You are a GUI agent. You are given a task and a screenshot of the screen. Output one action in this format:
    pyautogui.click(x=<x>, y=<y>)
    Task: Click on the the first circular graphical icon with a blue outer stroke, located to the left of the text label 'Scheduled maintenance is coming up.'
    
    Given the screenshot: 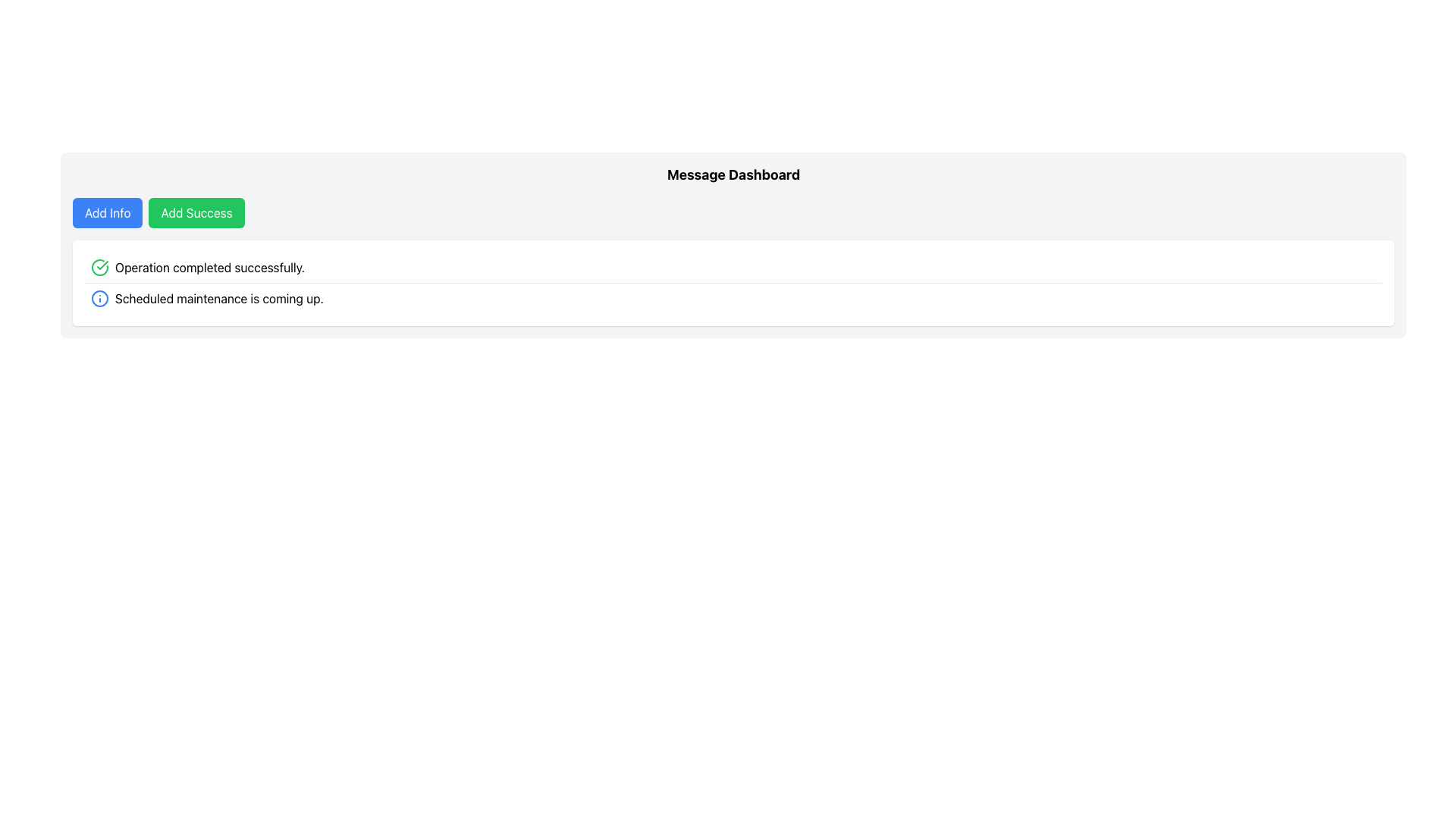 What is the action you would take?
    pyautogui.click(x=99, y=298)
    